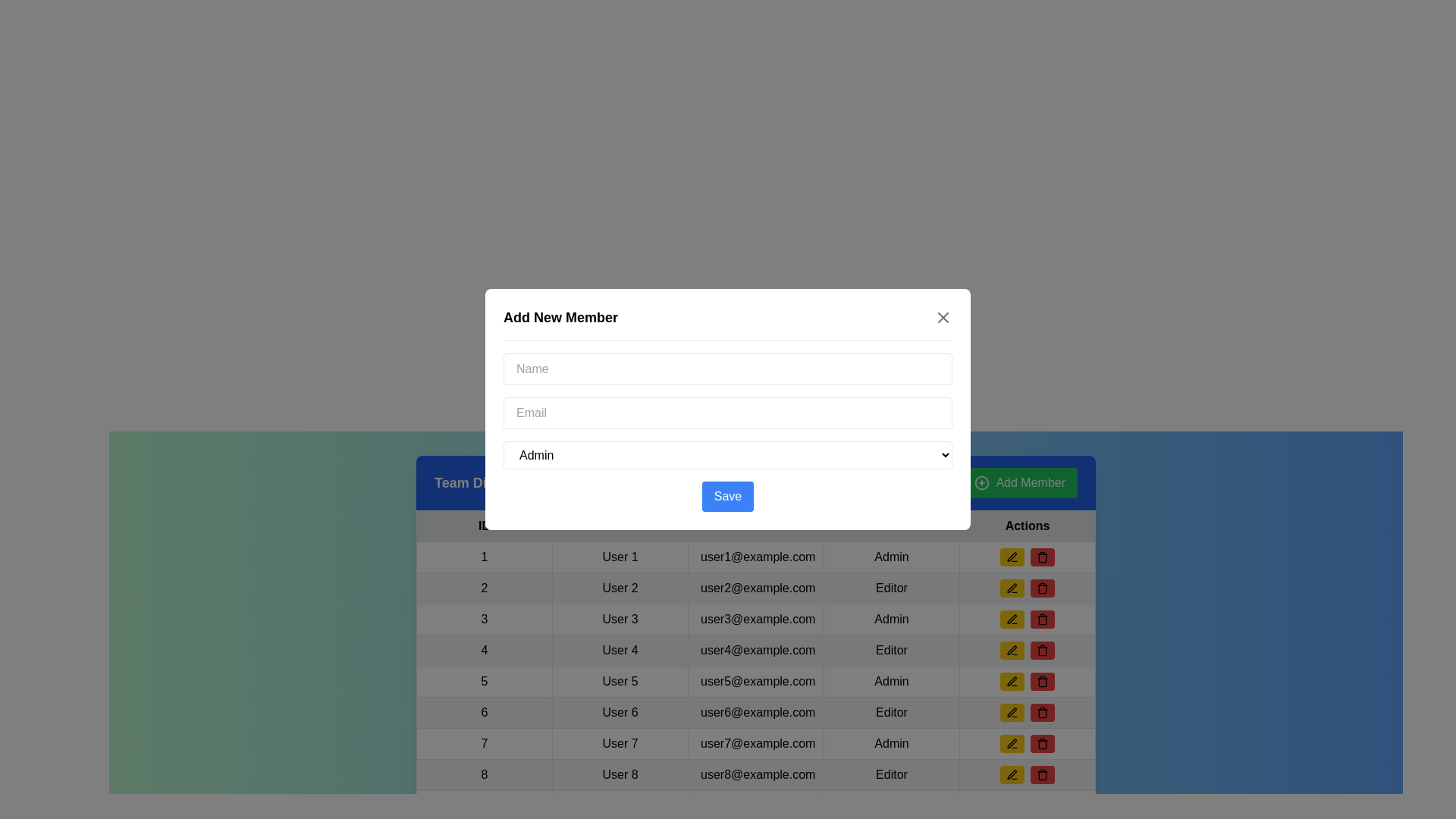  I want to click on the 'Add Member' button, which is a green rectangular button with rounded corners located in the top-right corner of the 'Team Directory' header, so click(1020, 482).